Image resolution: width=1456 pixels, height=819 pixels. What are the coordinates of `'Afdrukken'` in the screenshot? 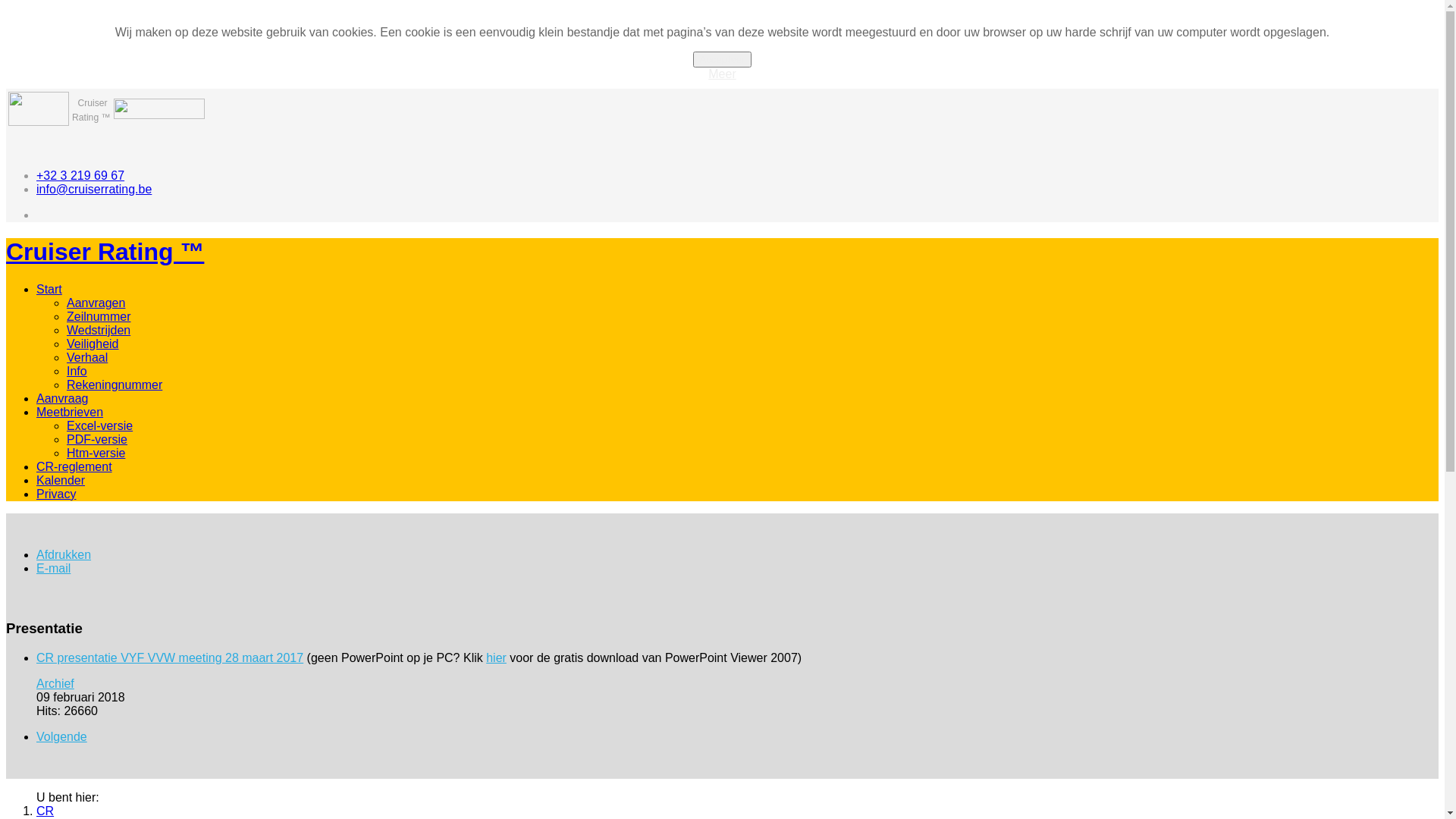 It's located at (62, 554).